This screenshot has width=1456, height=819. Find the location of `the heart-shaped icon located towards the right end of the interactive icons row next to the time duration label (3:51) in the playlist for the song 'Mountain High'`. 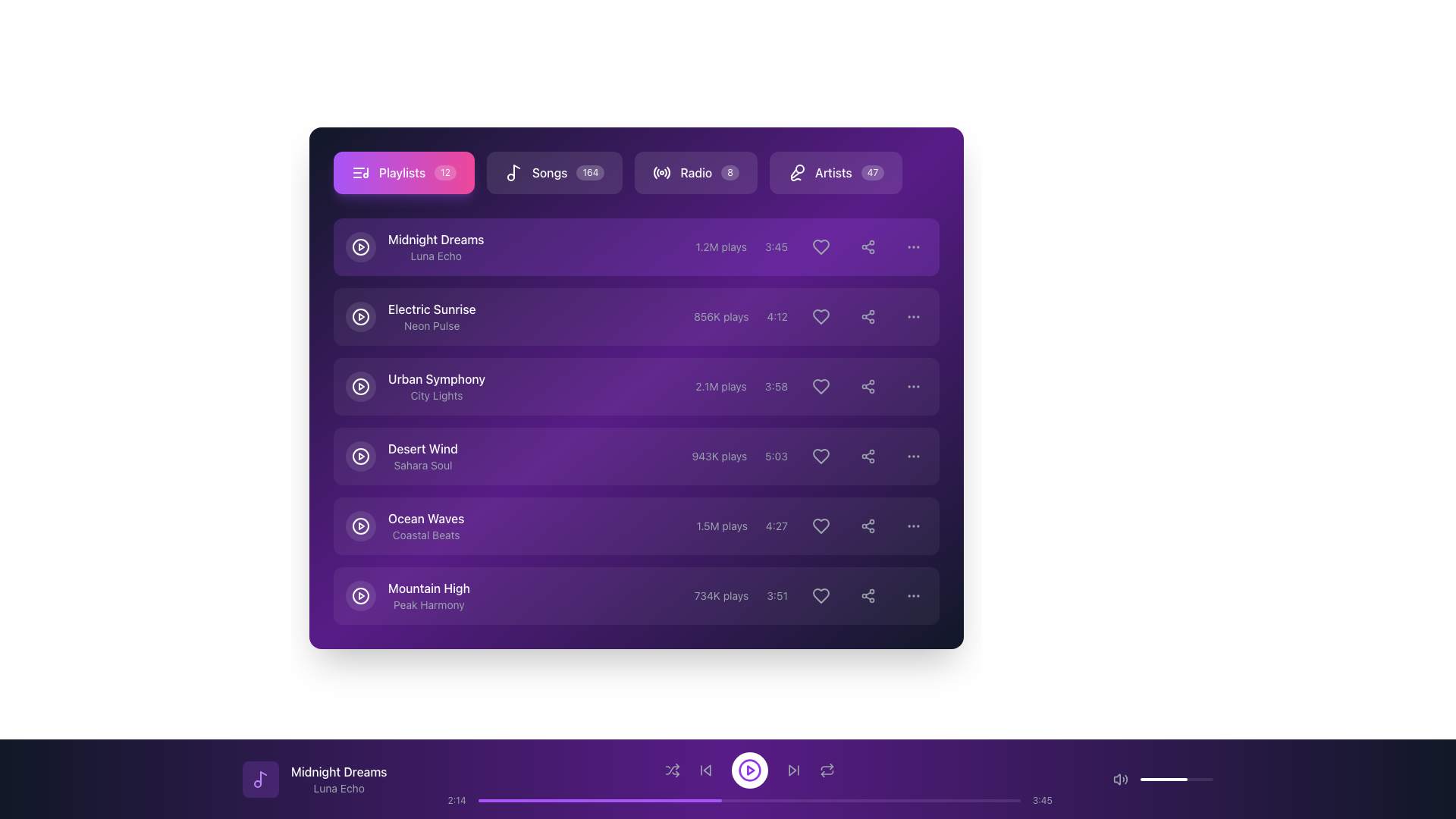

the heart-shaped icon located towards the right end of the interactive icons row next to the time duration label (3:51) in the playlist for the song 'Mountain High' is located at coordinates (810, 595).